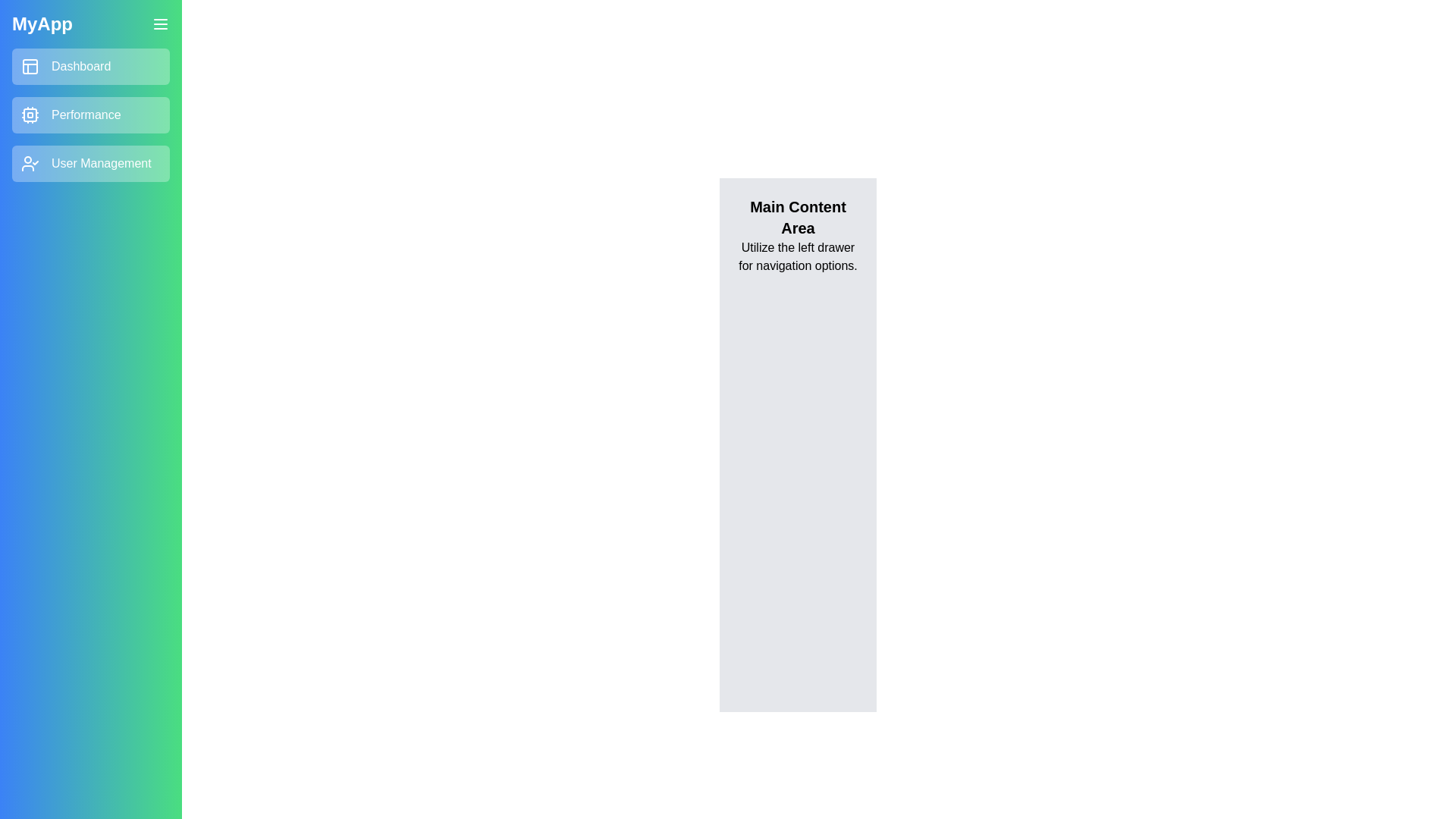 Image resolution: width=1456 pixels, height=819 pixels. Describe the element at coordinates (160, 24) in the screenshot. I see `menu button to toggle the drawer visibility` at that location.